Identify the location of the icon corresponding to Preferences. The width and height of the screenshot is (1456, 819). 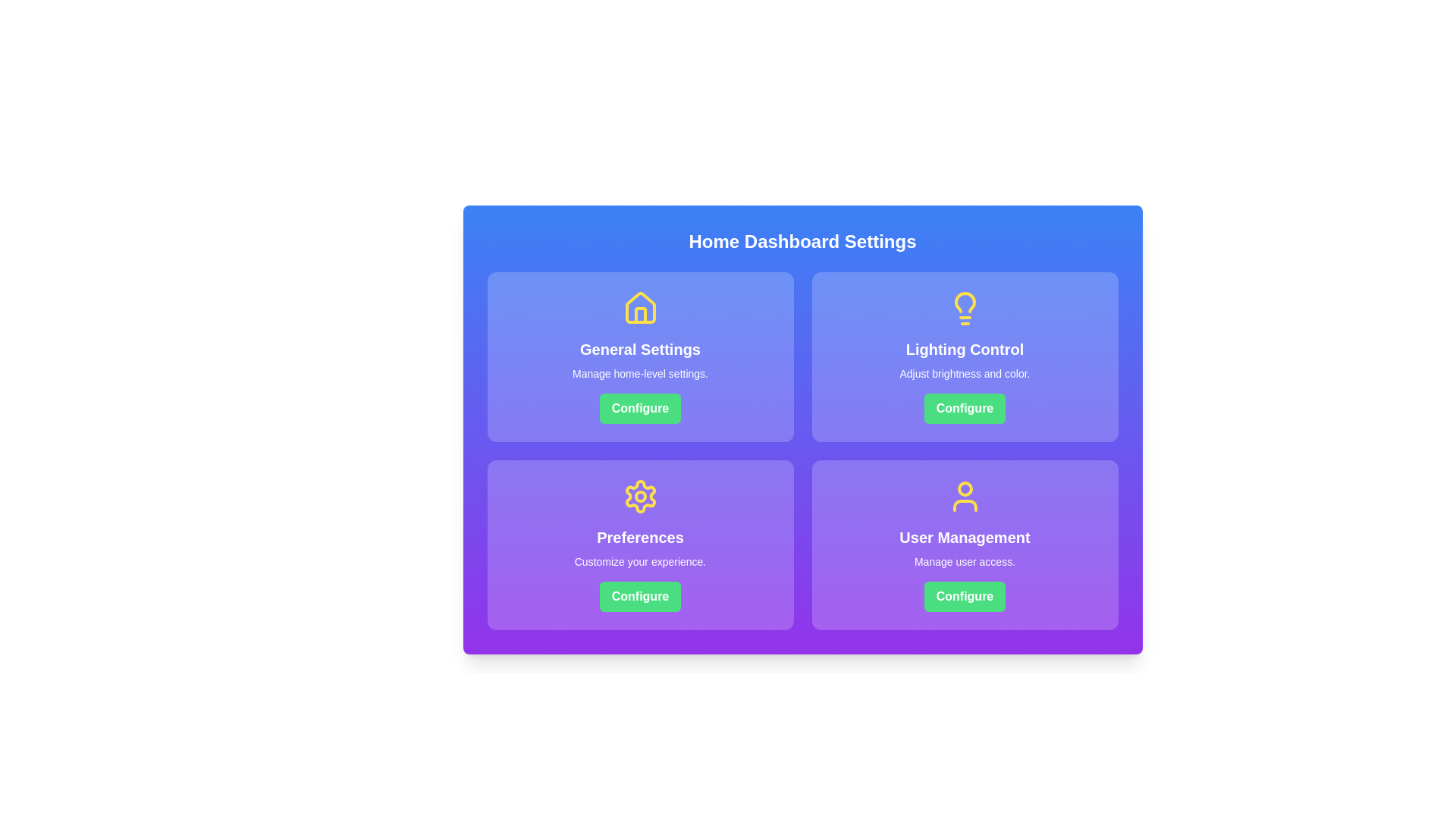
(640, 497).